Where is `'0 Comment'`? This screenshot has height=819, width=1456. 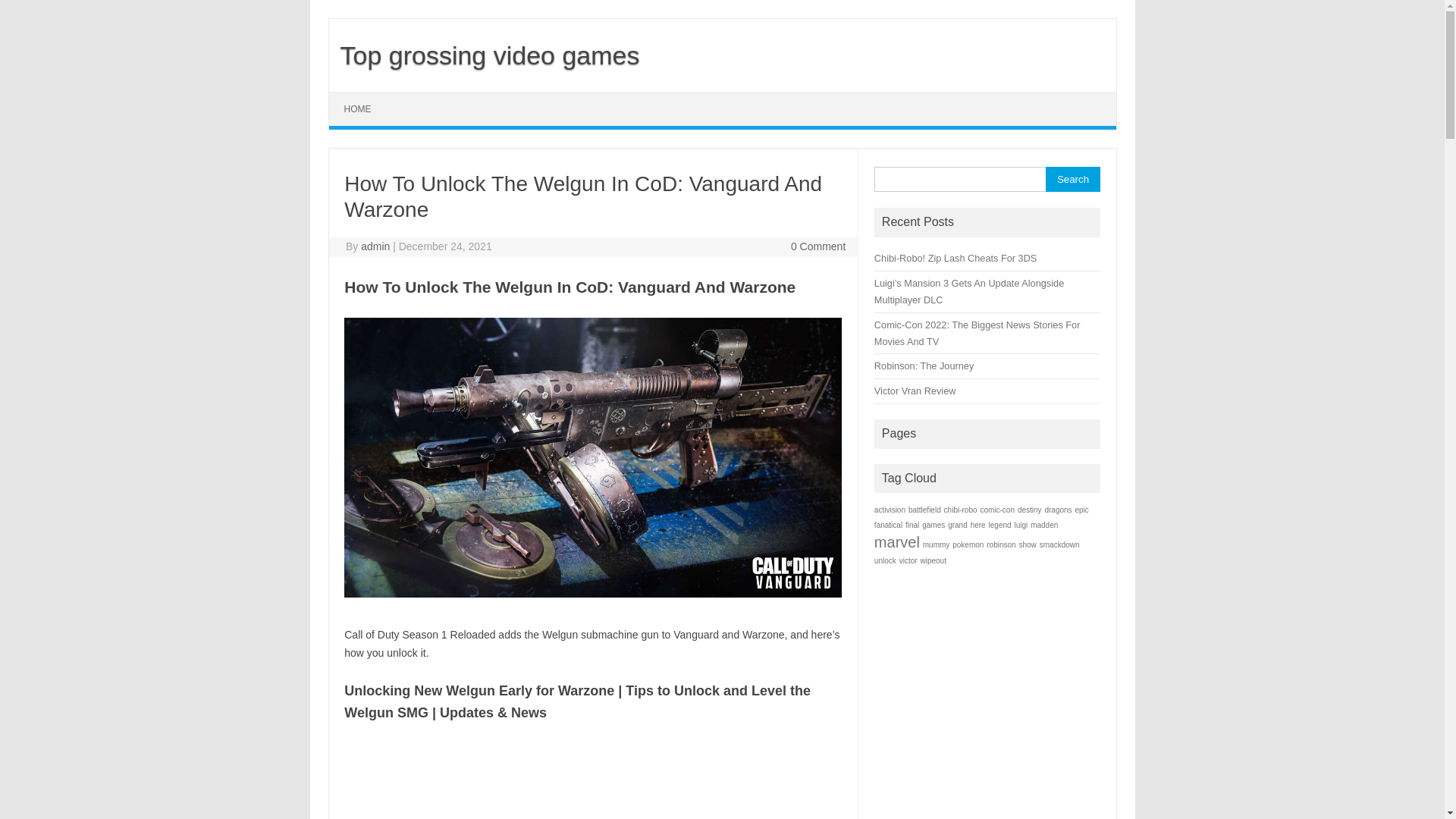
'0 Comment' is located at coordinates (817, 245).